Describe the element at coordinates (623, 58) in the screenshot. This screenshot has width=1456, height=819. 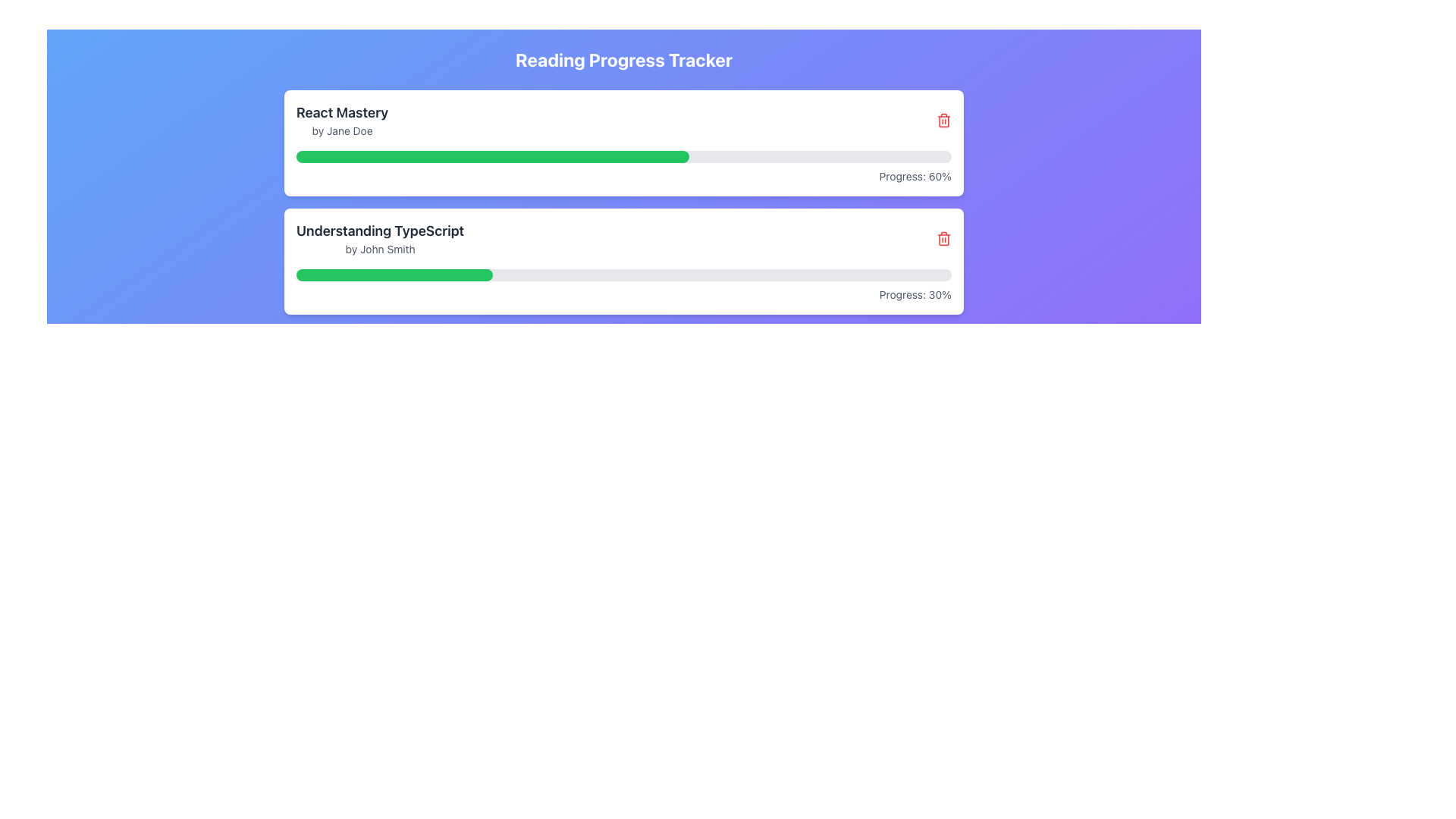
I see `the main heading text element indicating 'Reading Progress Tracker' located at the top of the interface` at that location.